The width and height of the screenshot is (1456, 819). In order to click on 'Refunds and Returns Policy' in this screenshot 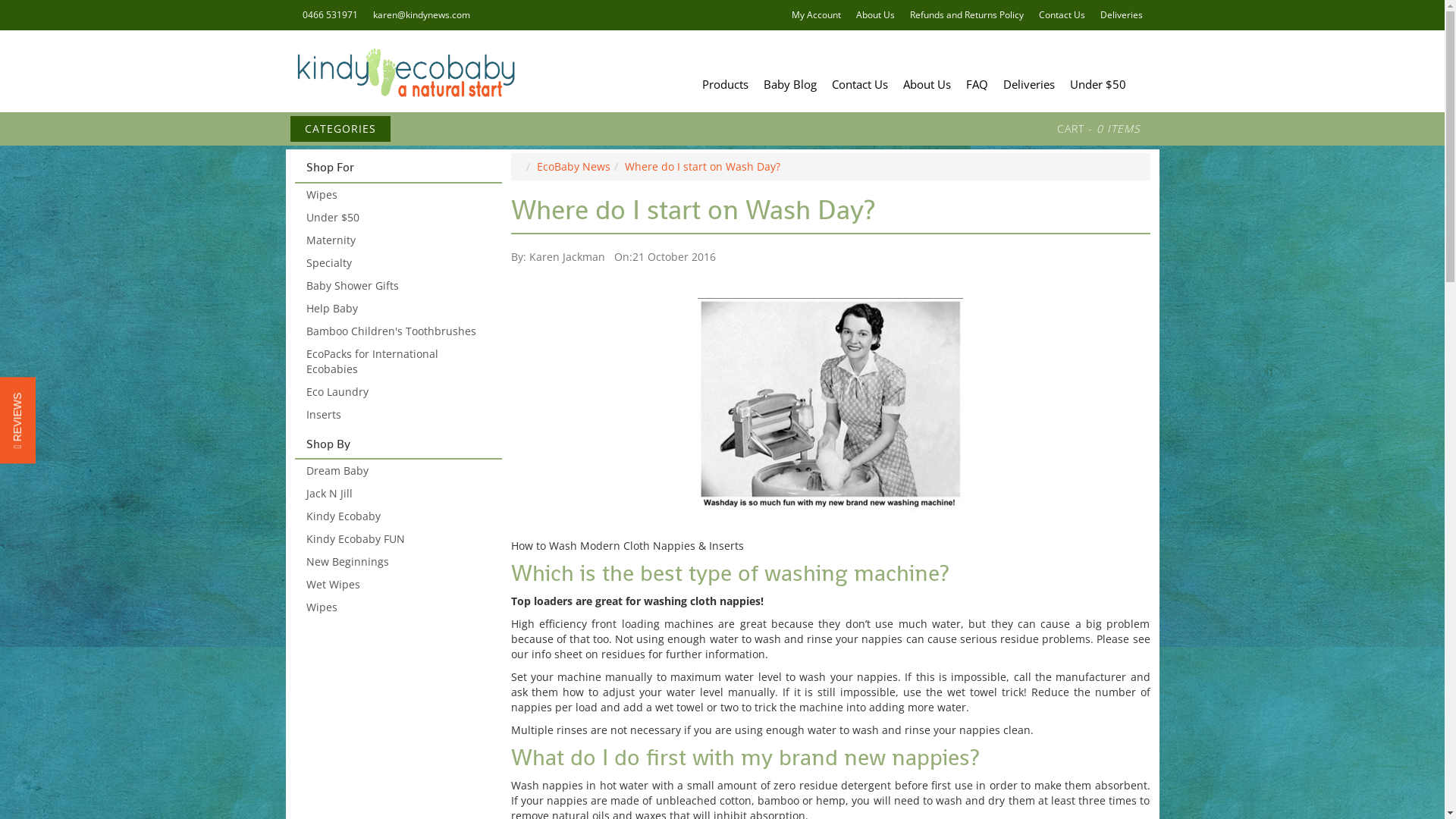, I will do `click(966, 14)`.